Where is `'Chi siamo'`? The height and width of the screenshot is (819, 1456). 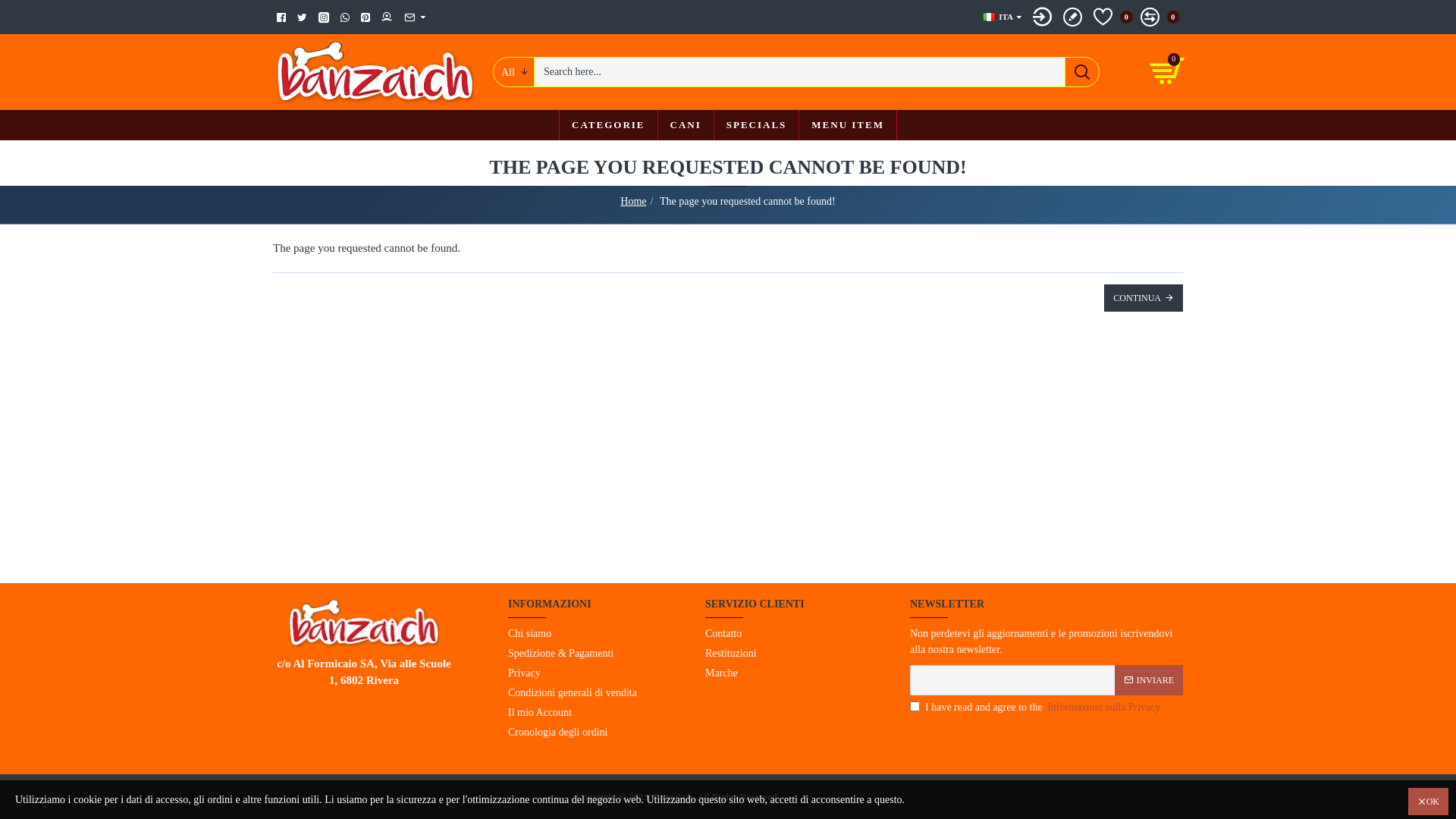 'Chi siamo' is located at coordinates (508, 635).